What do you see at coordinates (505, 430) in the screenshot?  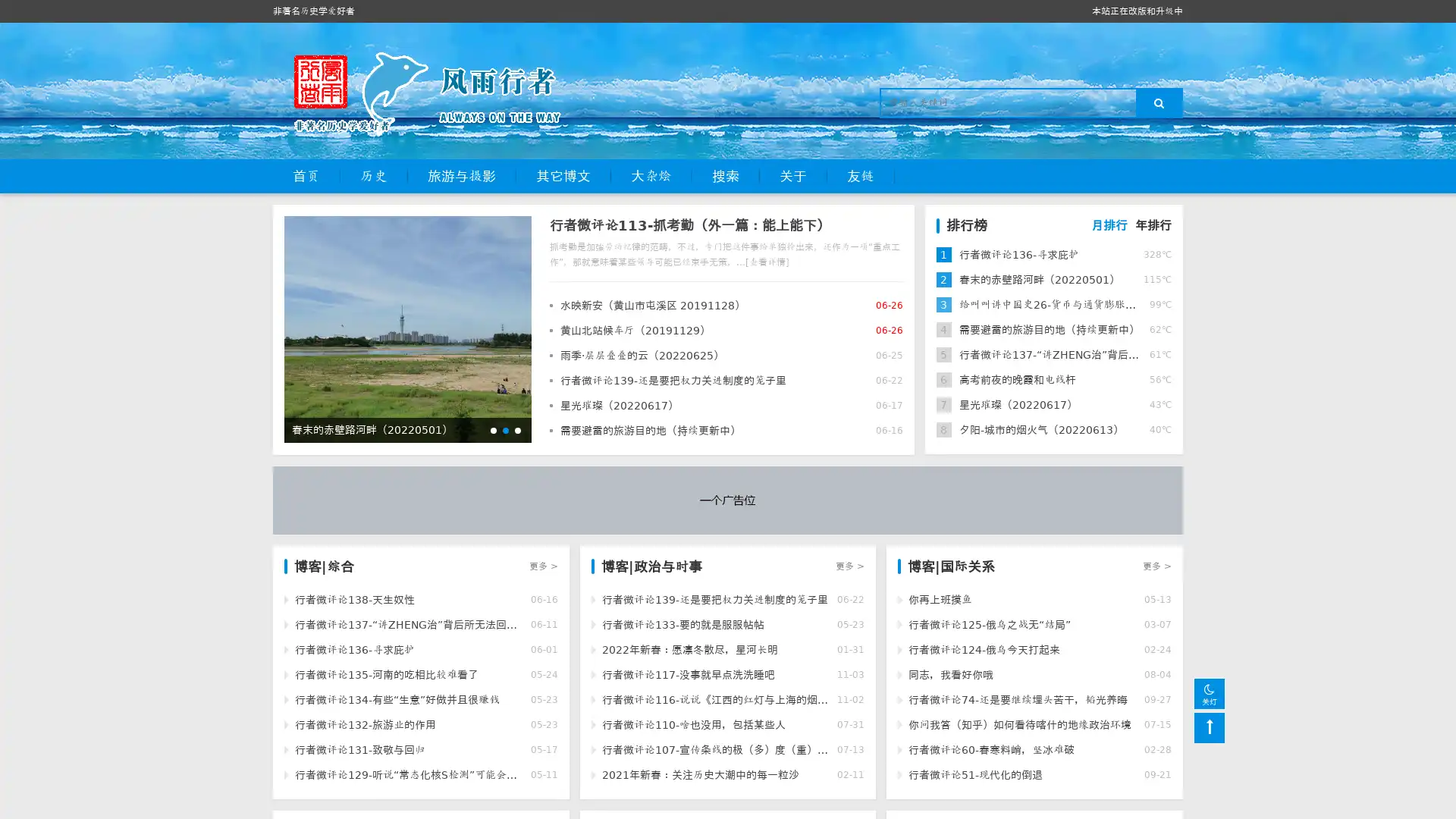 I see `Go to slide 2` at bounding box center [505, 430].